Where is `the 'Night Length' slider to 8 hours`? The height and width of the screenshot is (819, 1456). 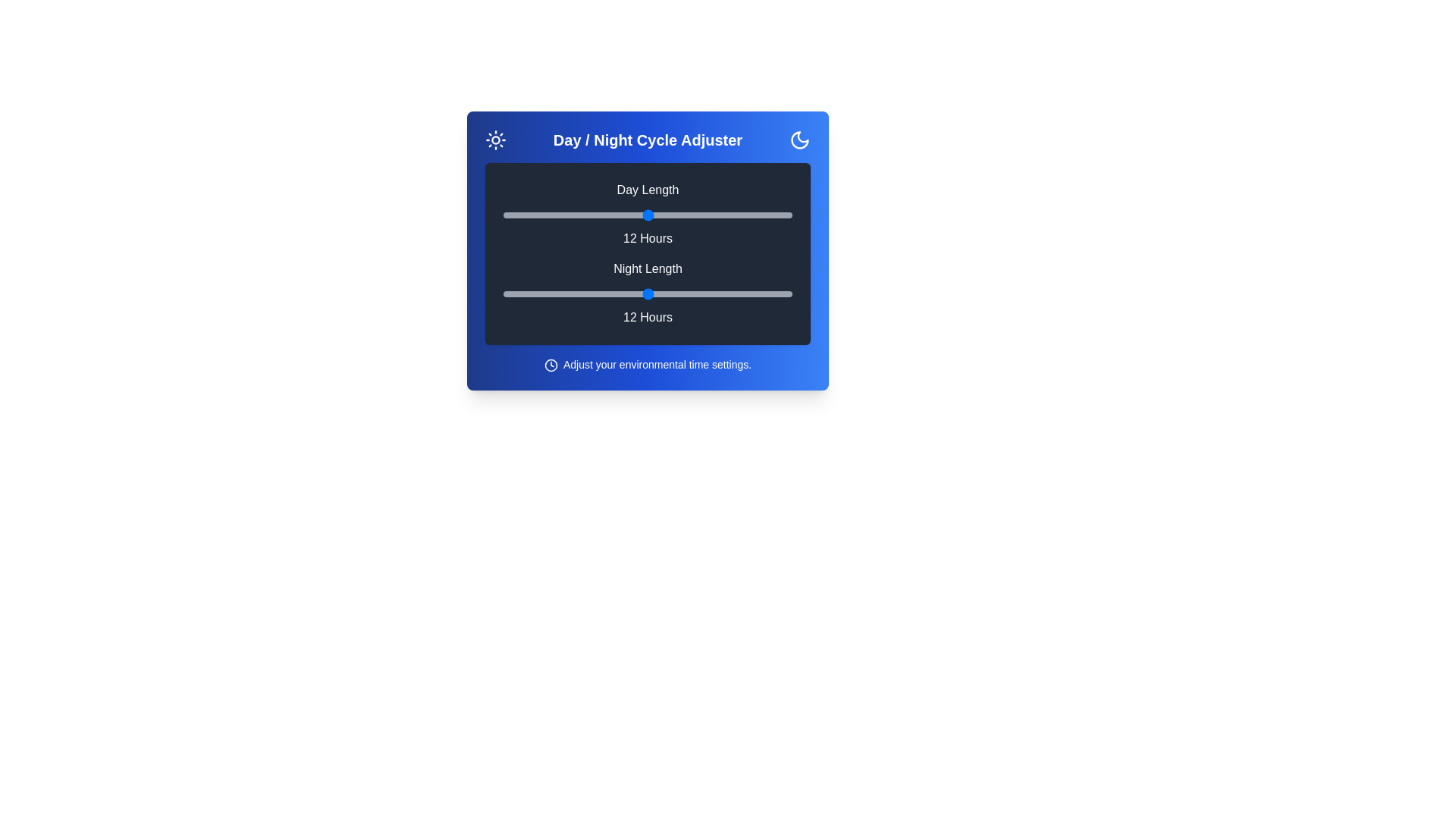
the 'Night Length' slider to 8 hours is located at coordinates (551, 294).